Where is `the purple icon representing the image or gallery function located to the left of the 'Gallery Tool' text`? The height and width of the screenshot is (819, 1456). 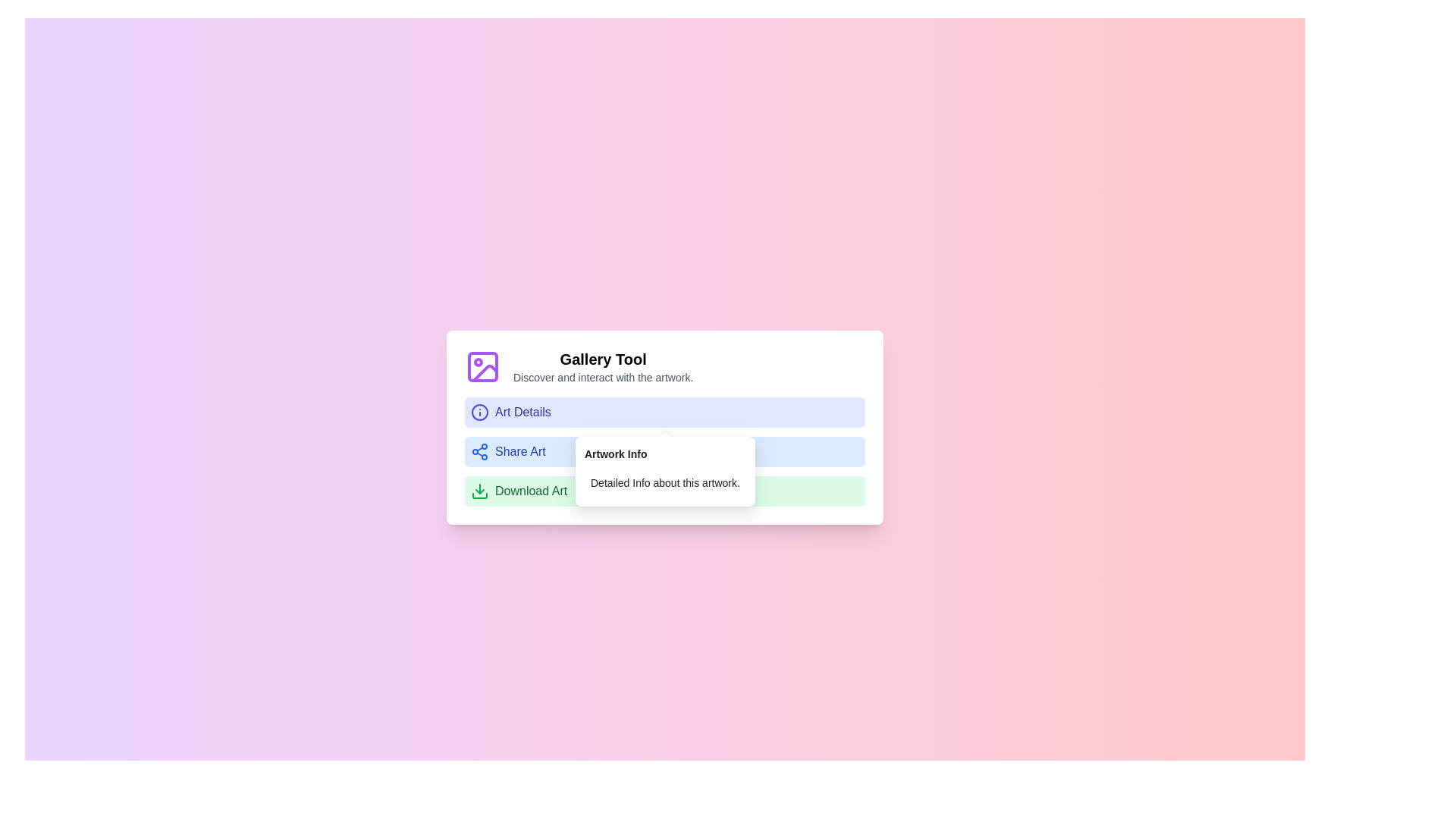 the purple icon representing the image or gallery function located to the left of the 'Gallery Tool' text is located at coordinates (482, 366).